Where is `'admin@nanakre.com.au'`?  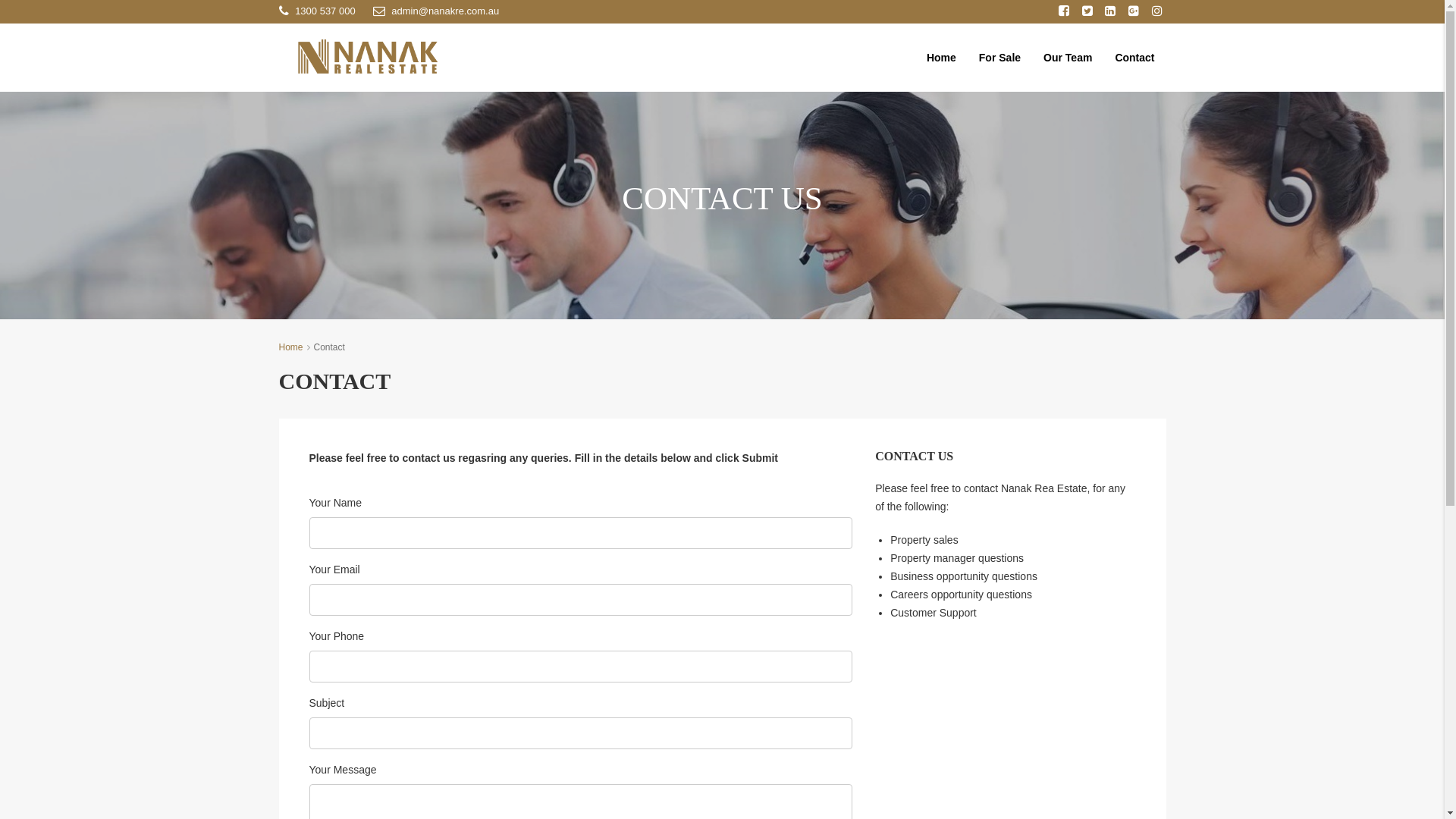
'admin@nanakre.com.au' is located at coordinates (435, 11).